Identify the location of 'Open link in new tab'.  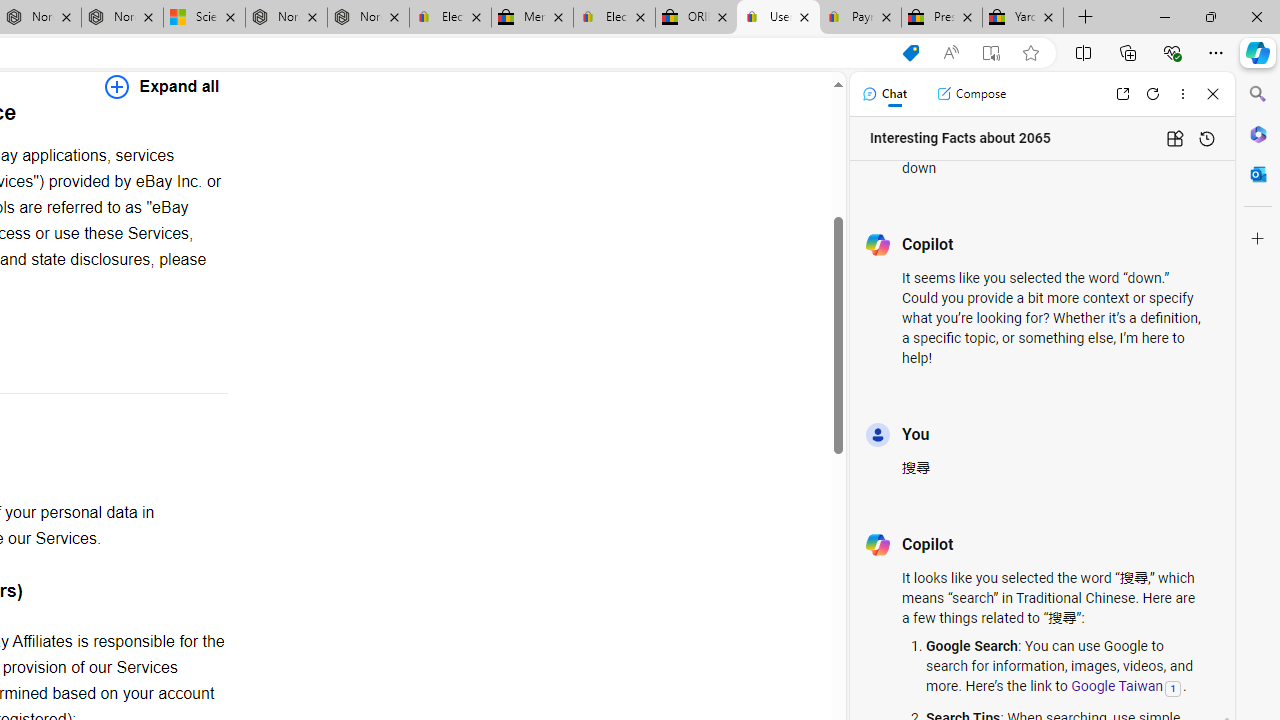
(1122, 93).